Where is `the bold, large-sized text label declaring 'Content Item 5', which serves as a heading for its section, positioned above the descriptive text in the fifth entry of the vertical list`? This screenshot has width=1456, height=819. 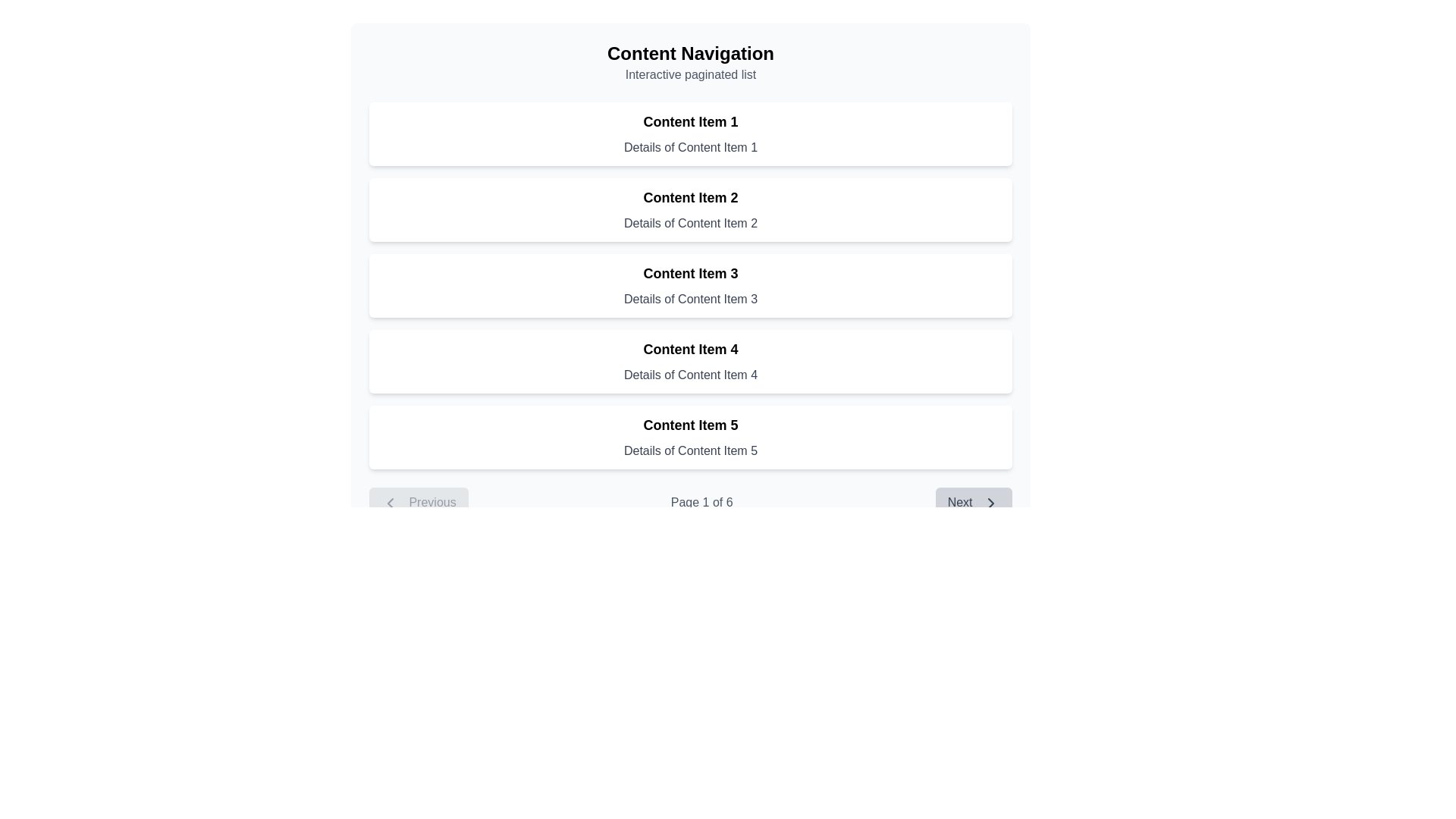 the bold, large-sized text label declaring 'Content Item 5', which serves as a heading for its section, positioned above the descriptive text in the fifth entry of the vertical list is located at coordinates (690, 425).